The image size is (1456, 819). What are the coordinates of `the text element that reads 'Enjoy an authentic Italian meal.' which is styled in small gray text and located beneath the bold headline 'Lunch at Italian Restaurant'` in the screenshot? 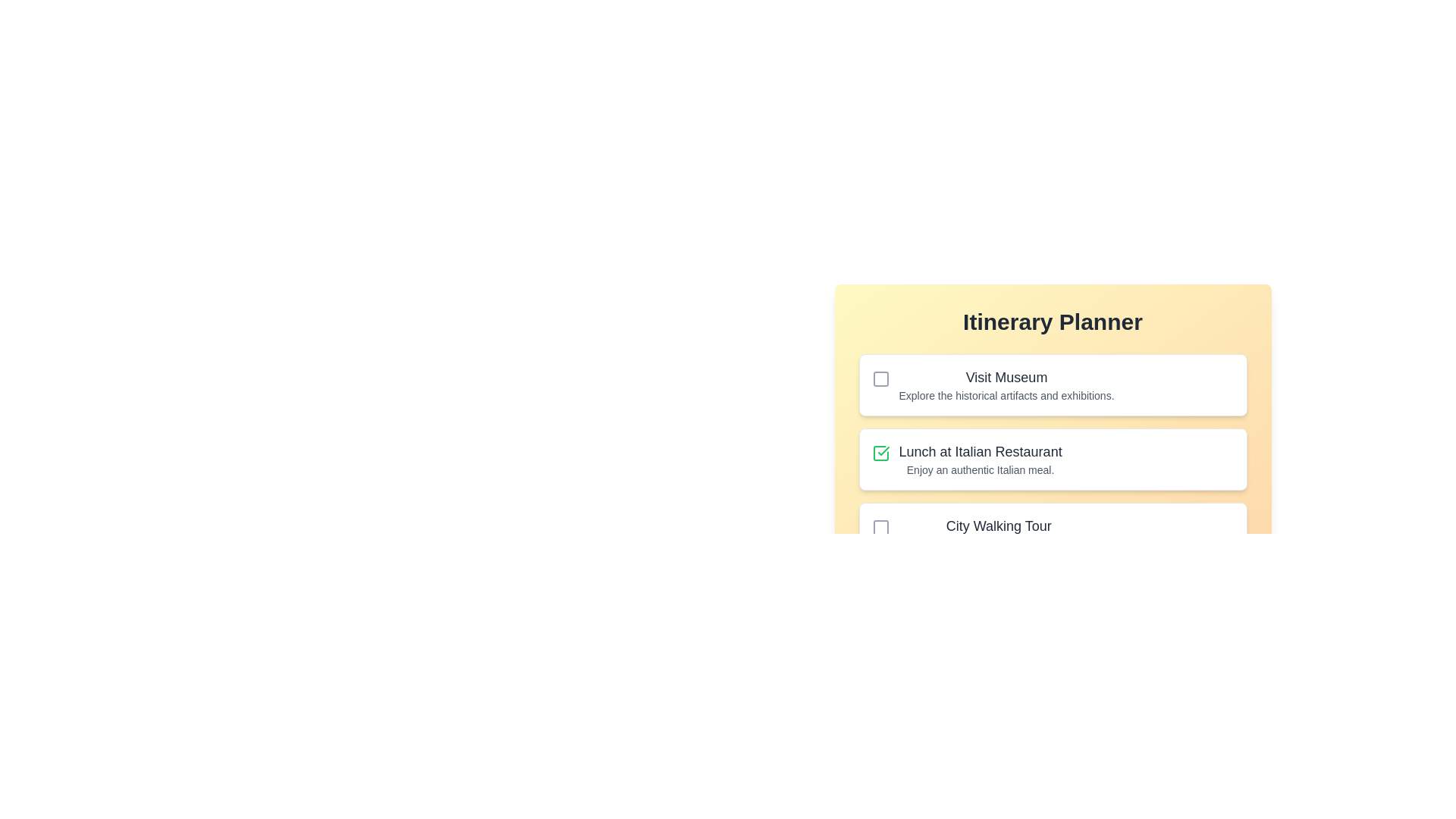 It's located at (981, 469).